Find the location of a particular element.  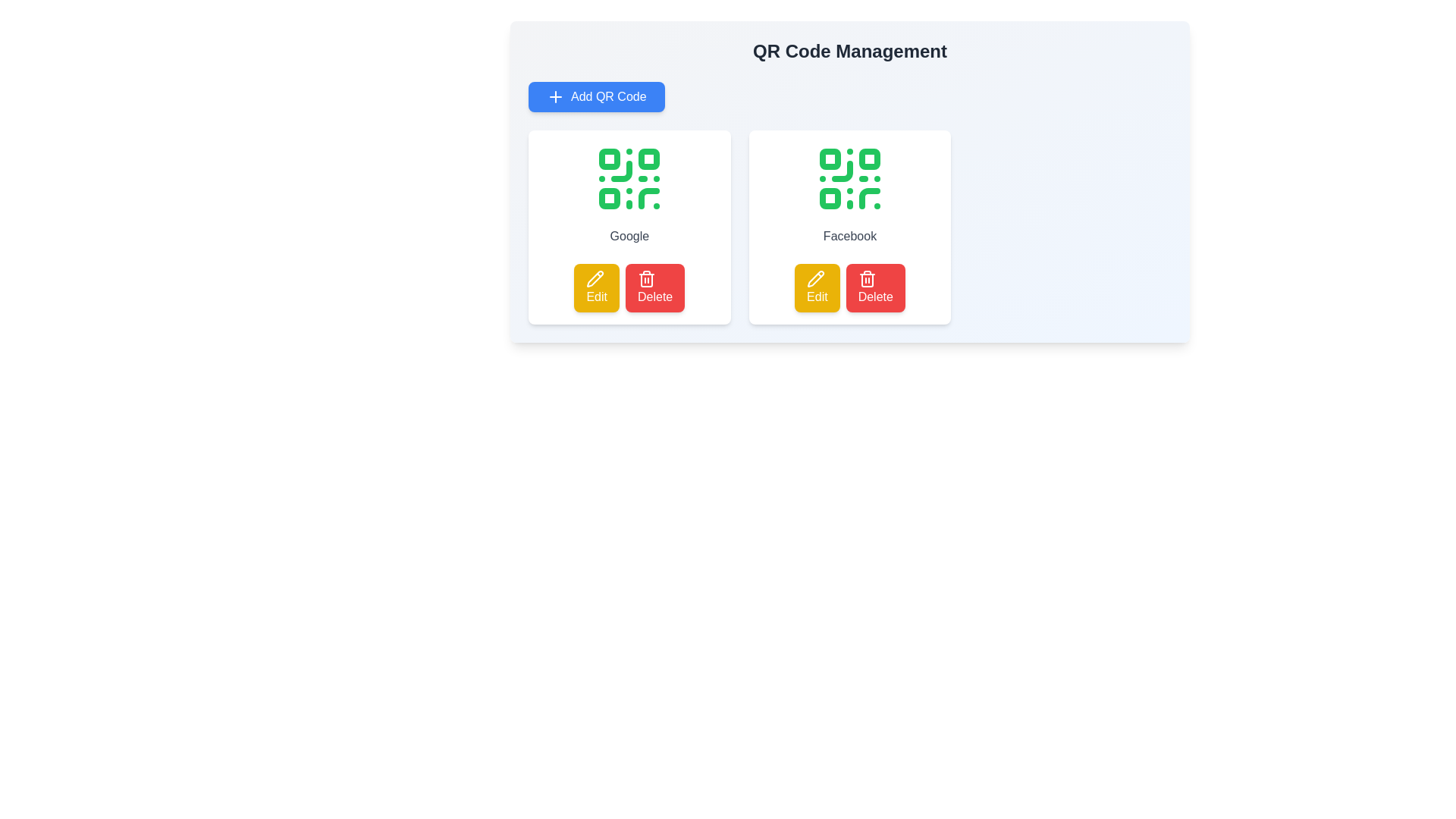

the 'Add QR Code' button located below the 'QR Code Management' heading is located at coordinates (595, 96).